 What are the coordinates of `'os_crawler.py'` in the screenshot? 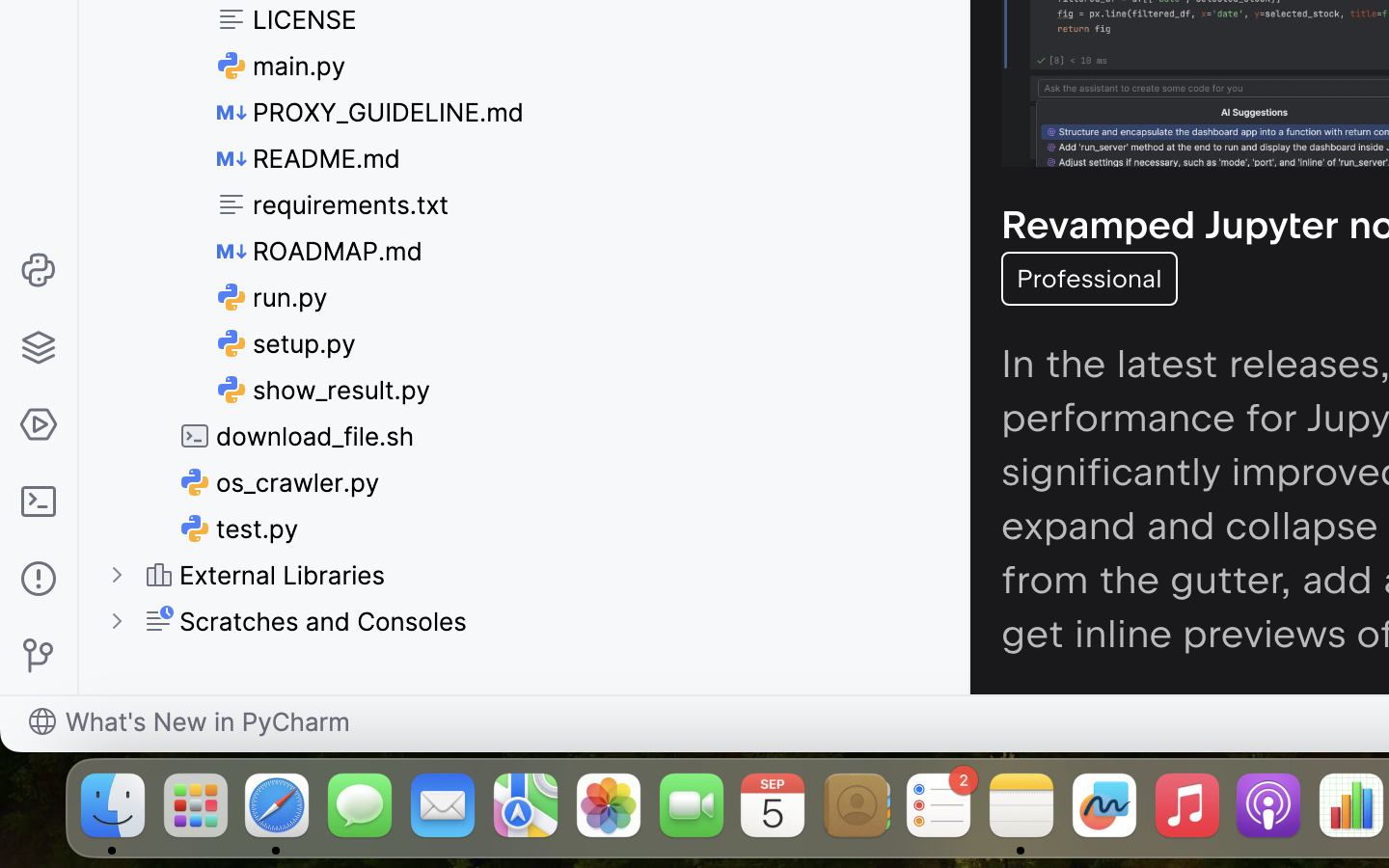 It's located at (280, 481).